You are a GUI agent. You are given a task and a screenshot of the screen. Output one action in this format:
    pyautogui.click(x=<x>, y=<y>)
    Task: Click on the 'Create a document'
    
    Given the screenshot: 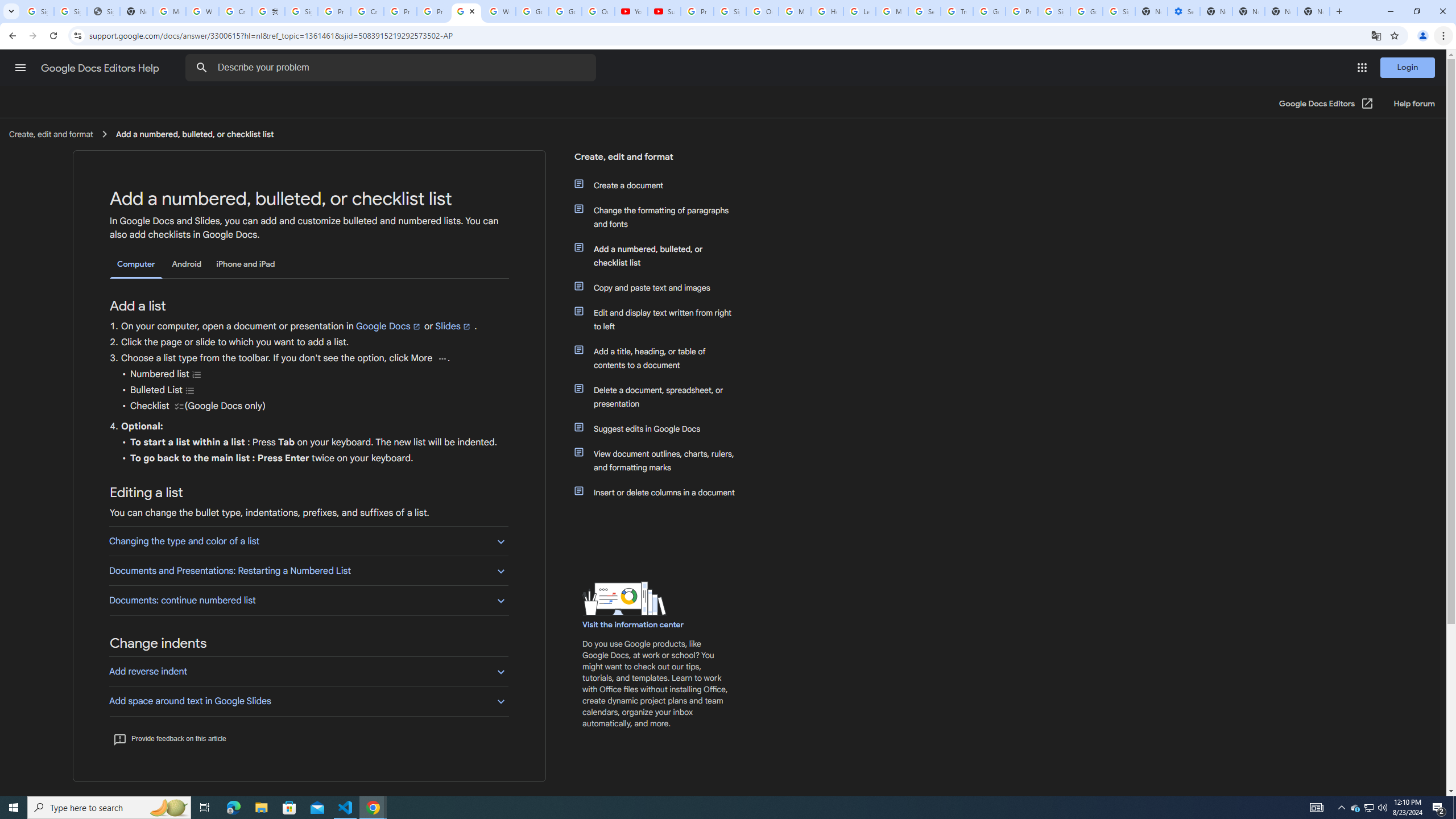 What is the action you would take?
    pyautogui.click(x=661, y=185)
    